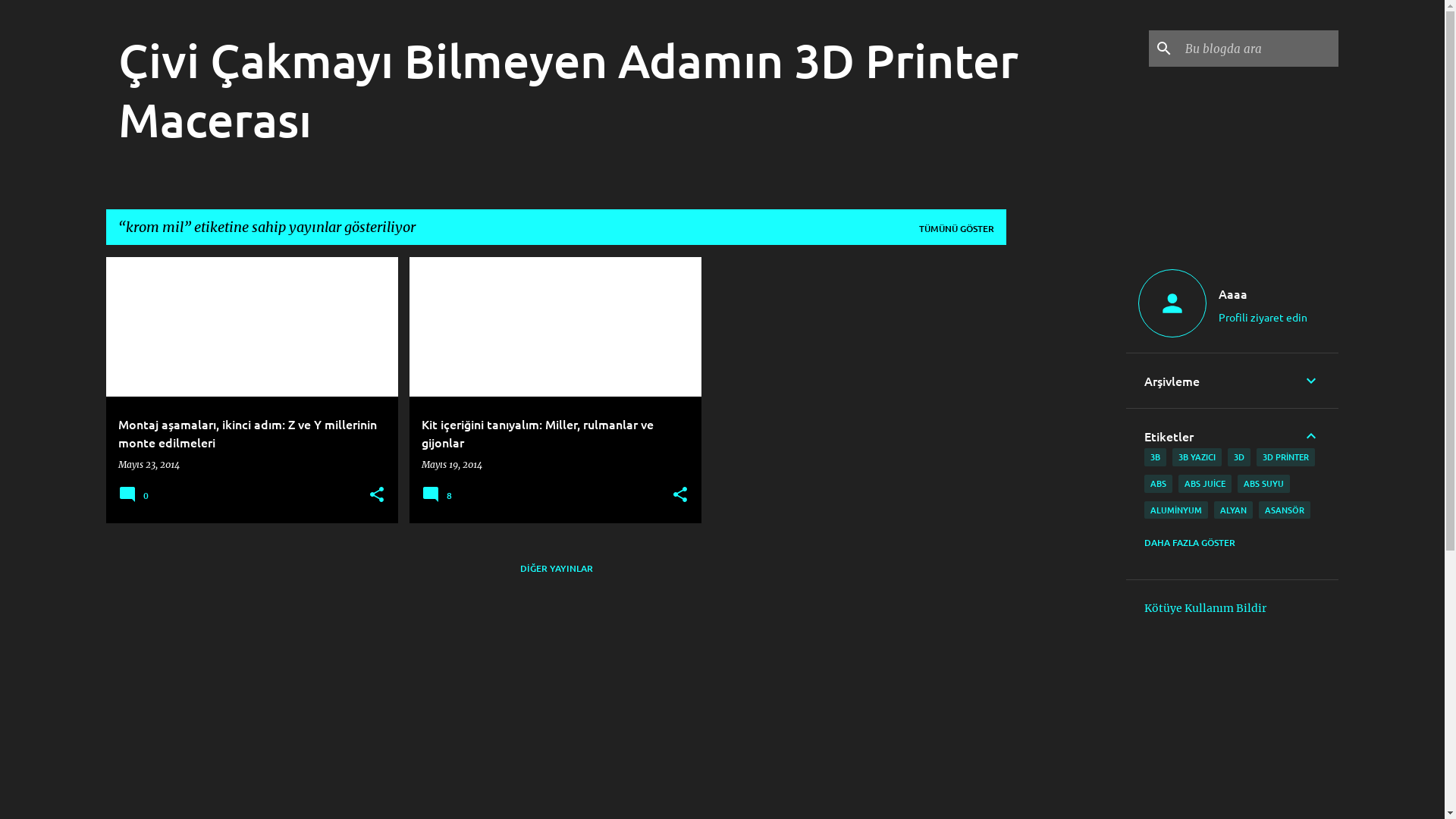  Describe the element at coordinates (1238, 456) in the screenshot. I see `'3D'` at that location.